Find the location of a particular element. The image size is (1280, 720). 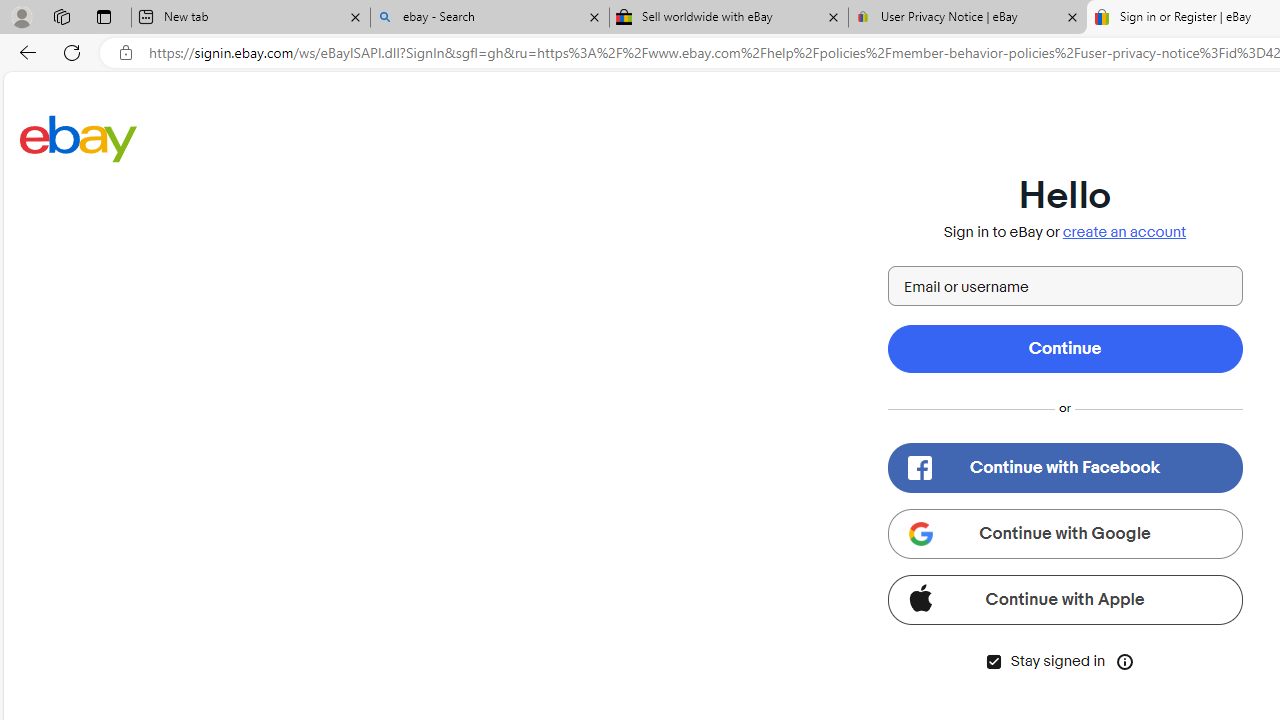

'Continue with Facebook' is located at coordinates (1063, 468).